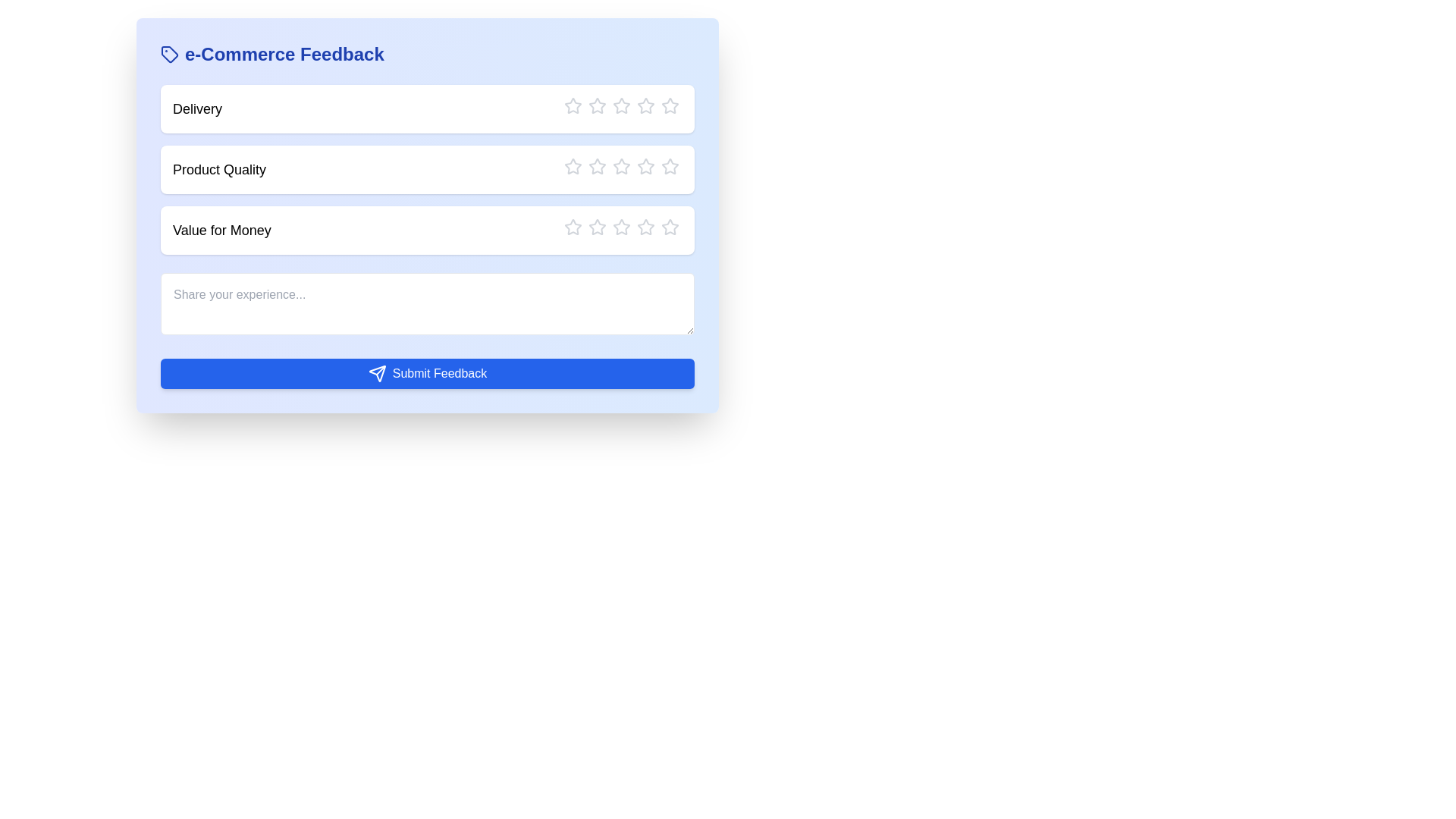 The height and width of the screenshot is (819, 1456). Describe the element at coordinates (572, 105) in the screenshot. I see `the rating to 1 stars by clicking the corresponding star` at that location.